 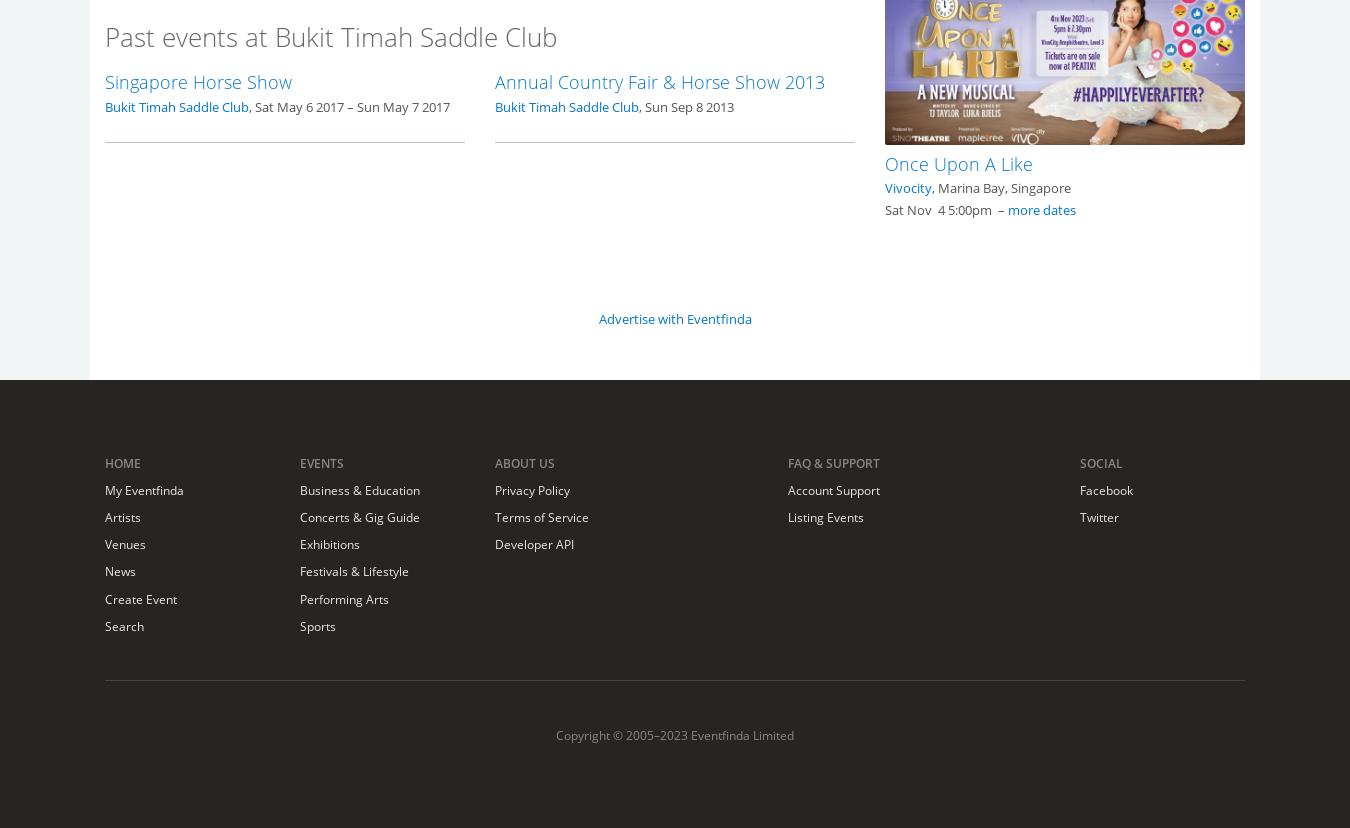 I want to click on 'Create Event', so click(x=140, y=597).